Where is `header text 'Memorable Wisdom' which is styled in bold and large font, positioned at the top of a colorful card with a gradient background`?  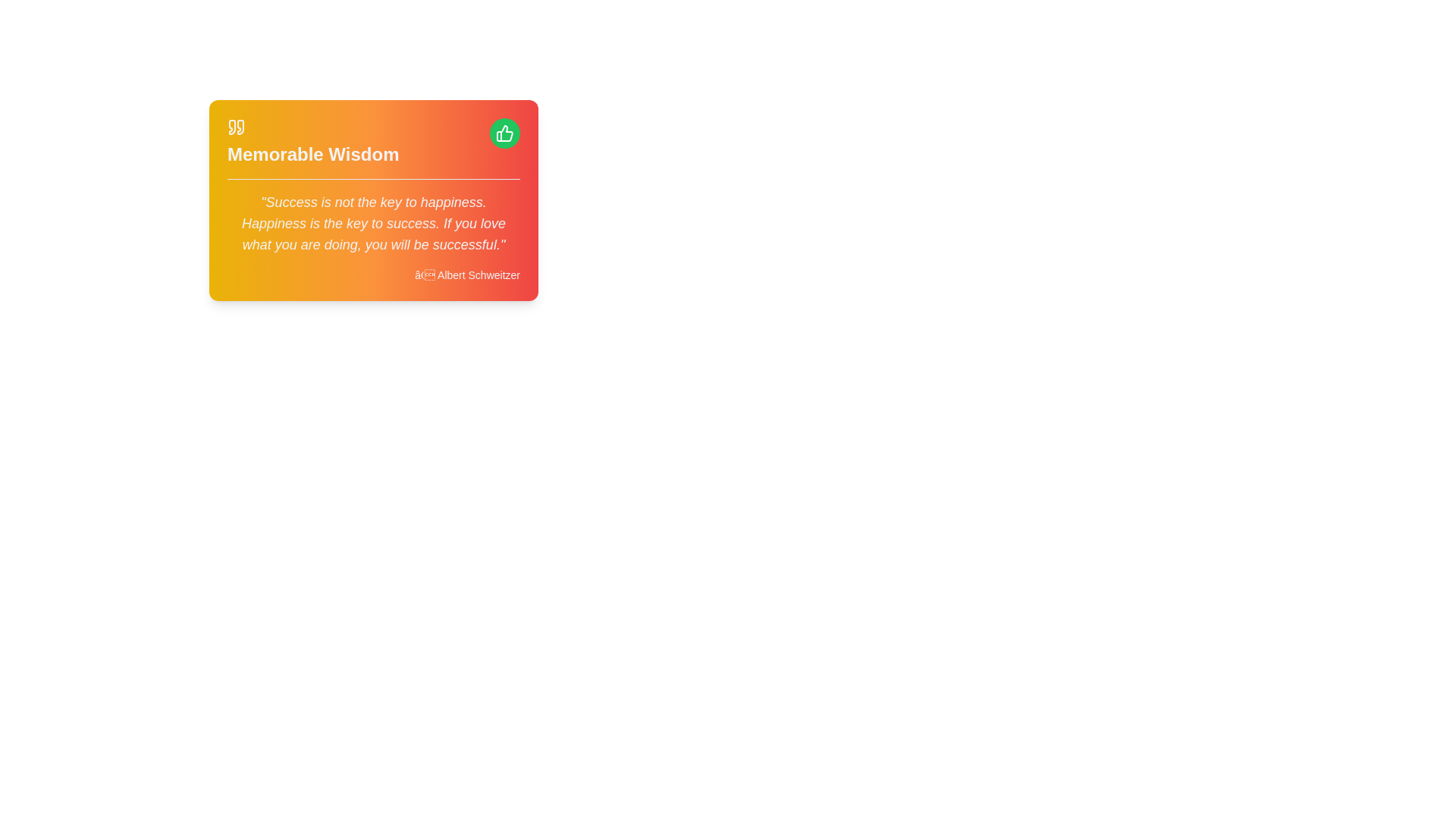
header text 'Memorable Wisdom' which is styled in bold and large font, positioned at the top of a colorful card with a gradient background is located at coordinates (374, 149).